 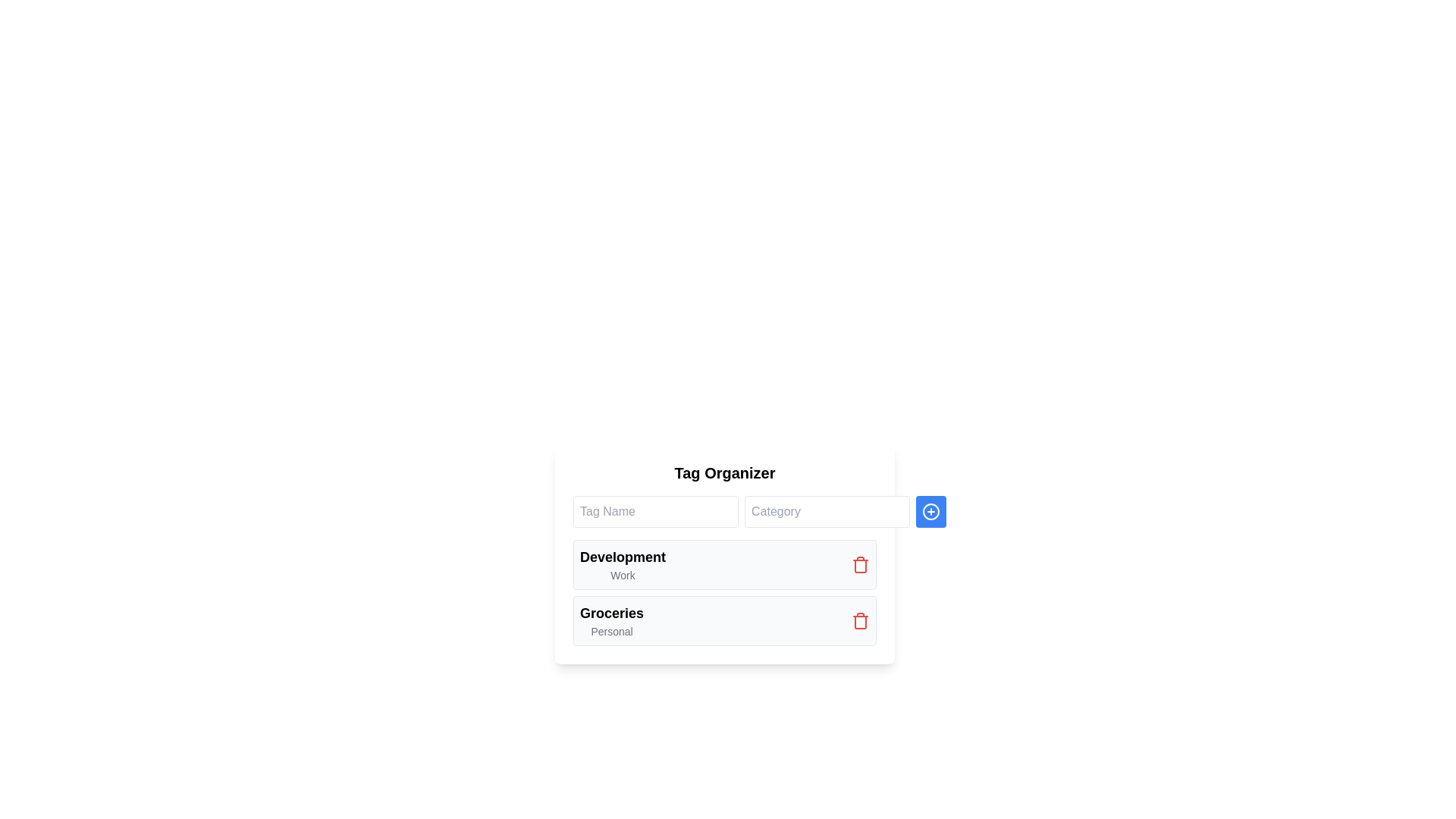 What do you see at coordinates (860, 564) in the screenshot?
I see `the delete button located on the right-hand side of the 'Development | Work' section` at bounding box center [860, 564].